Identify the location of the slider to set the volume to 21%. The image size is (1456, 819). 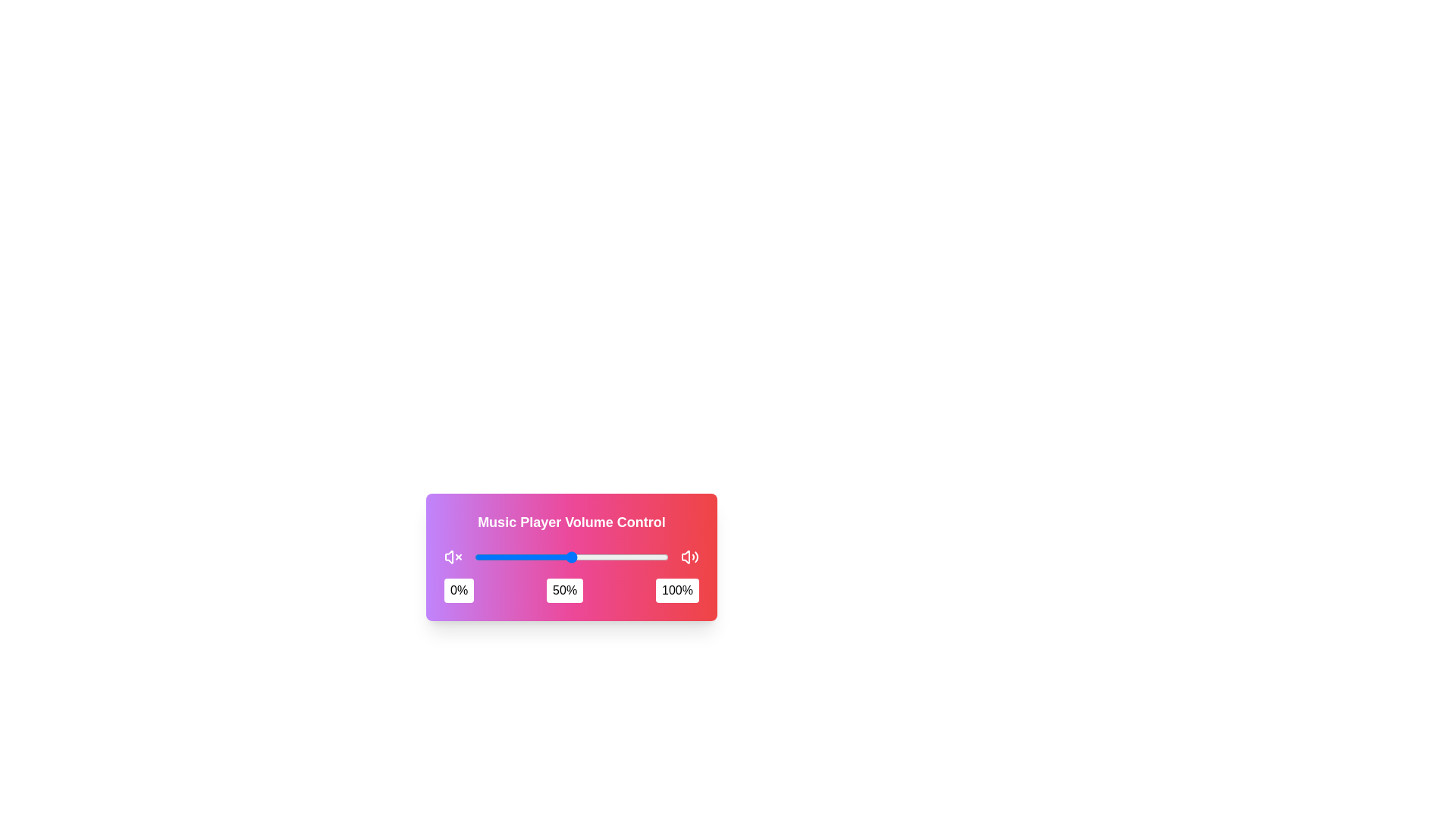
(515, 557).